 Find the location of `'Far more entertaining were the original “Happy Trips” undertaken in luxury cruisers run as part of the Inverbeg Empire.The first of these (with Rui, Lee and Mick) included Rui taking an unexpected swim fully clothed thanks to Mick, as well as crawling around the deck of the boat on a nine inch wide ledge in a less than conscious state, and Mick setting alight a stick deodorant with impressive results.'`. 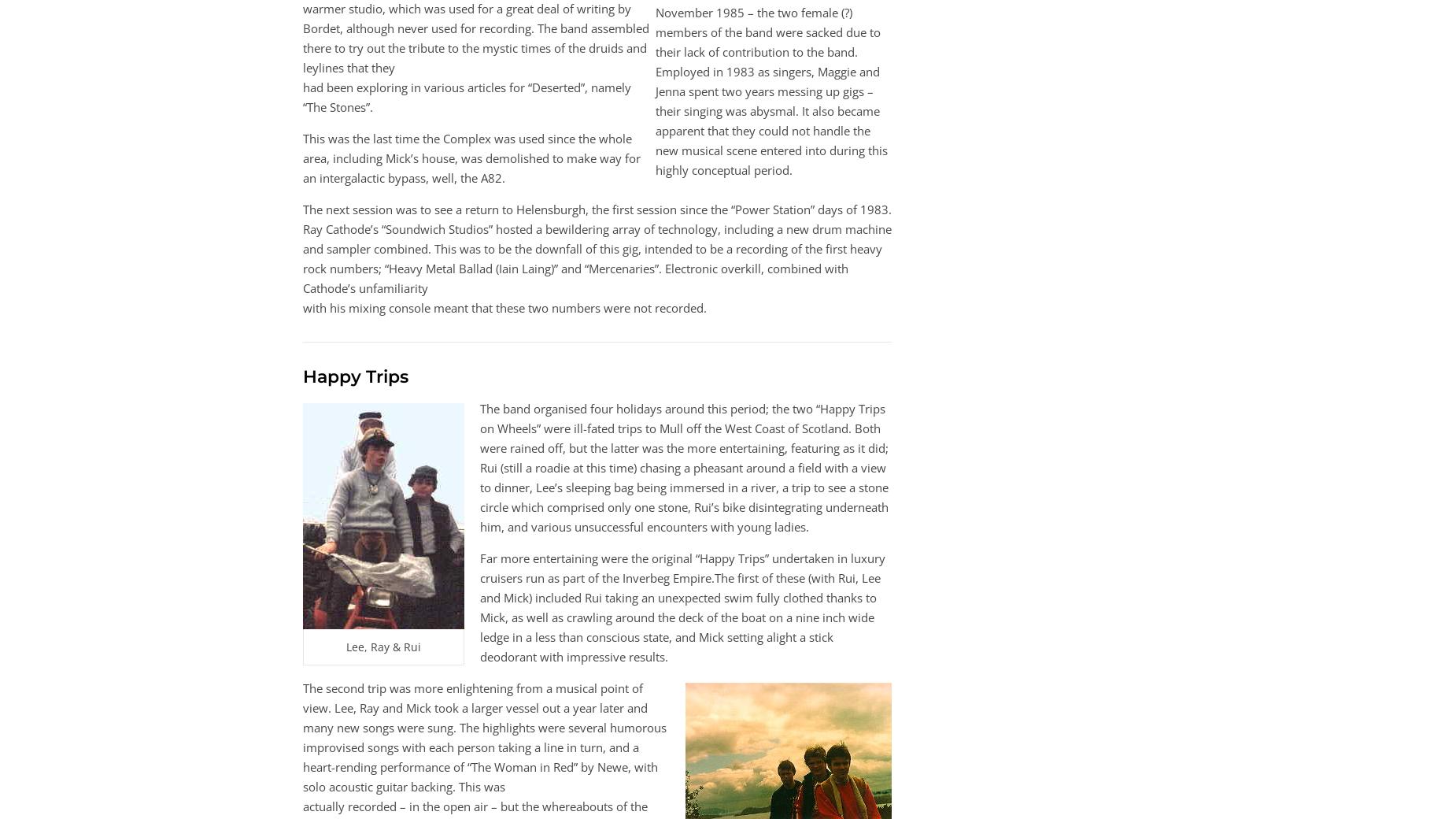

'Far more entertaining were the original “Happy Trips” undertaken in luxury cruisers run as part of the Inverbeg Empire.The first of these (with Rui, Lee and Mick) included Rui taking an unexpected swim fully clothed thanks to Mick, as well as crawling around the deck of the boat on a nine inch wide ledge in a less than conscious state, and Mick setting alight a stick deodorant with impressive results.' is located at coordinates (682, 607).